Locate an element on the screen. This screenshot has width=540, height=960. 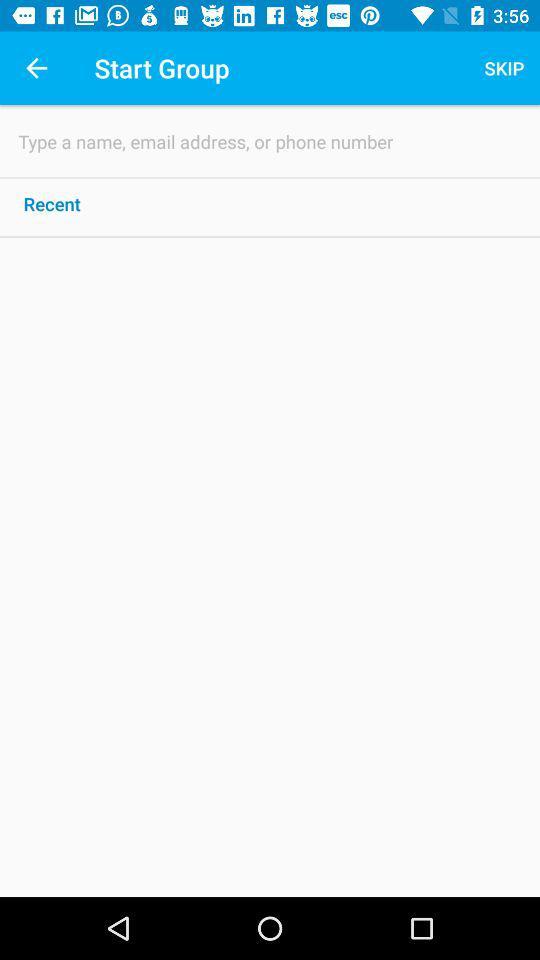
the skip icon is located at coordinates (503, 68).